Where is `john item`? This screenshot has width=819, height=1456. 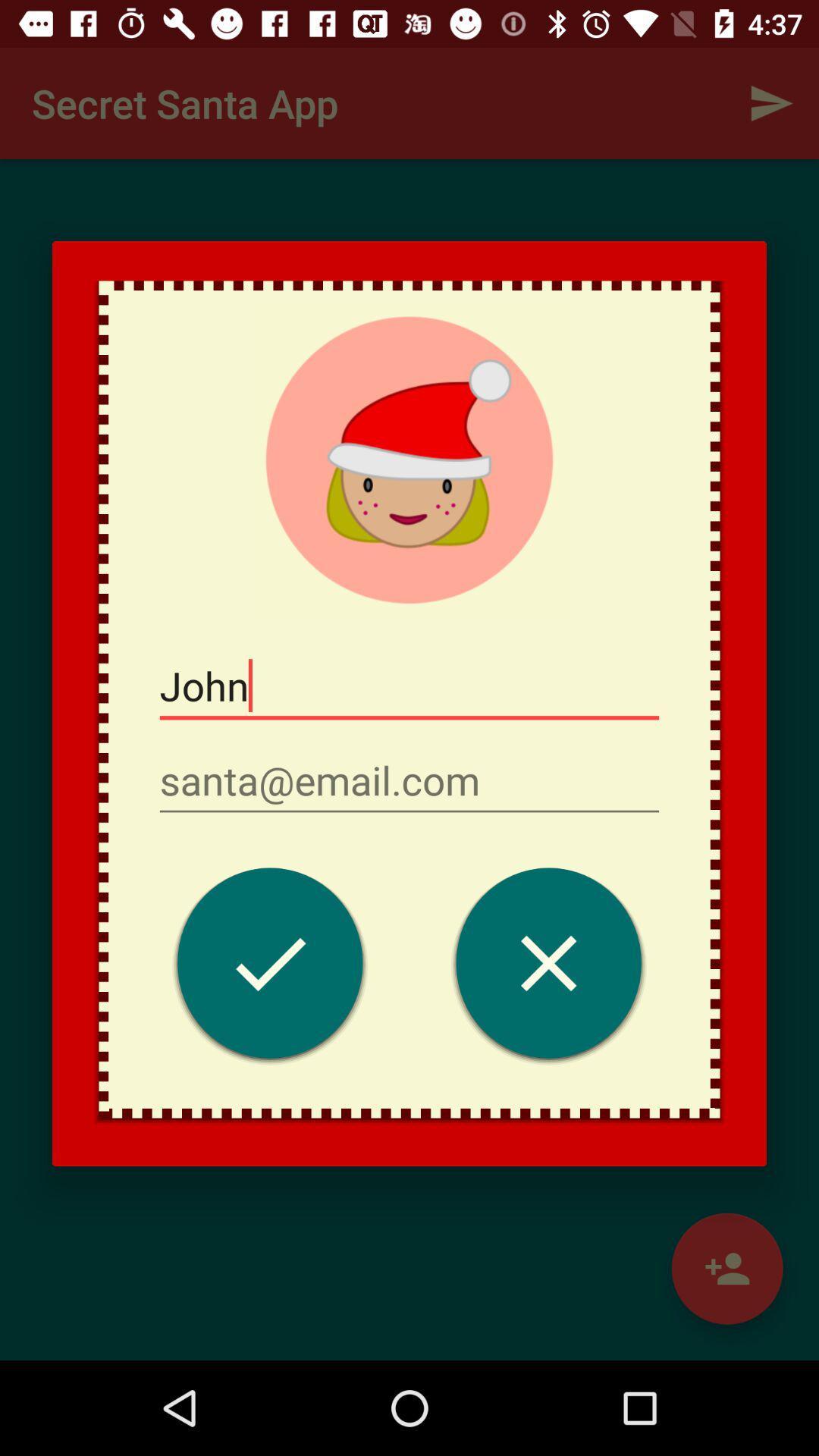
john item is located at coordinates (409, 686).